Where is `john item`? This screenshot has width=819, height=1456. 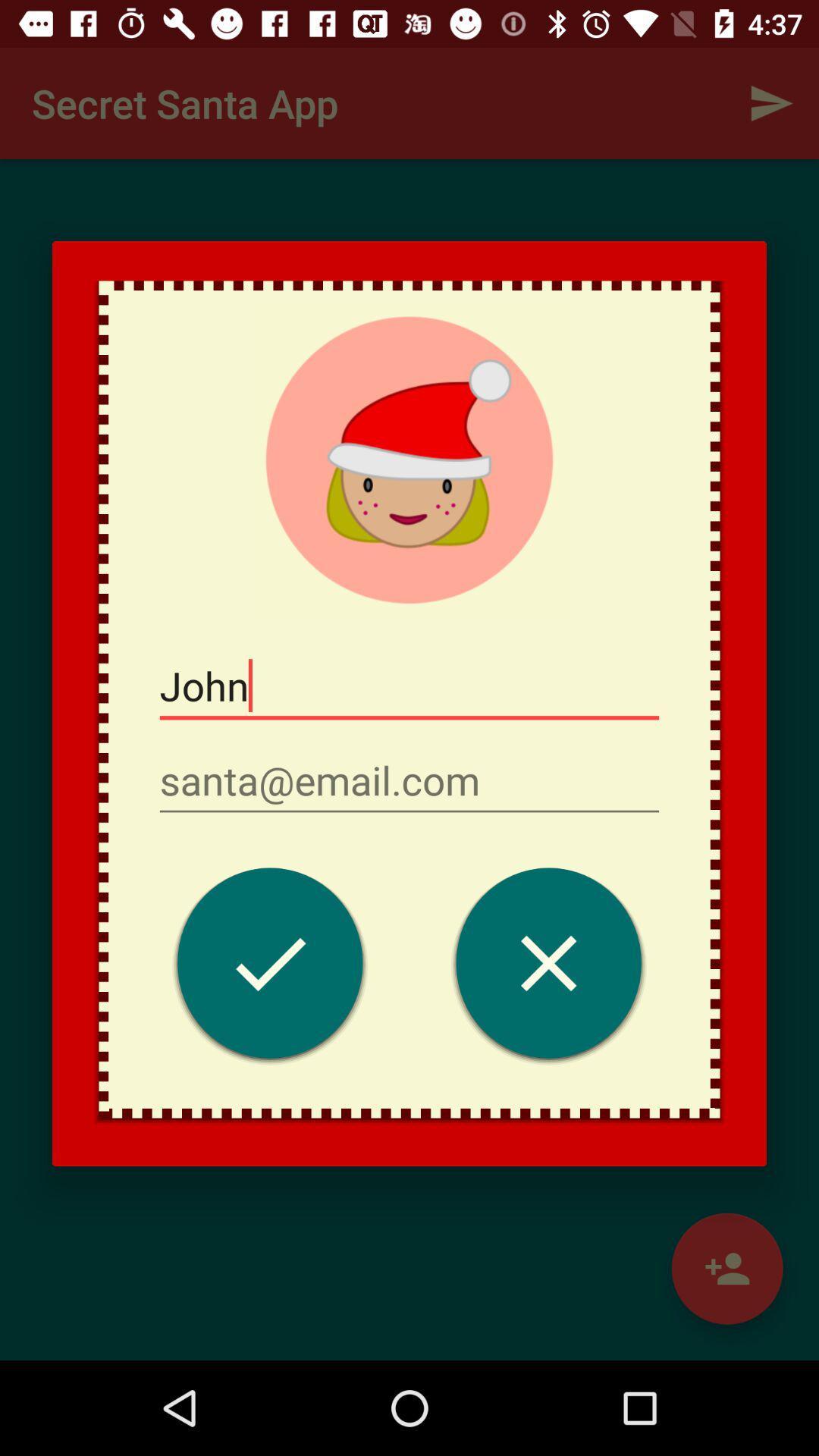
john item is located at coordinates (409, 686).